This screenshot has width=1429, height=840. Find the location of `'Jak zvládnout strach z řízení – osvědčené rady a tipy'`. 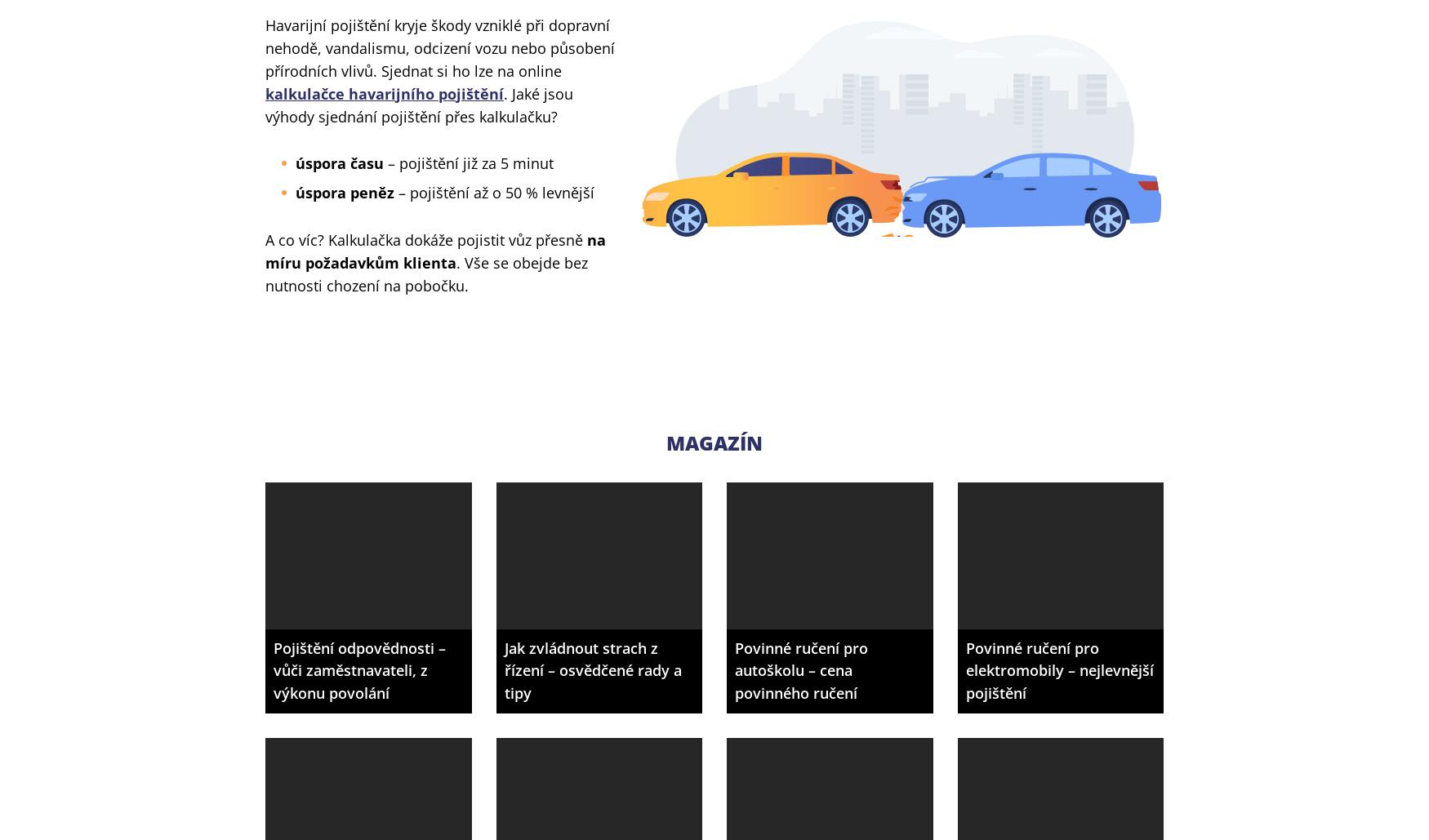

'Jak zvládnout strach z řízení – osvědčené rady a tipy' is located at coordinates (592, 669).